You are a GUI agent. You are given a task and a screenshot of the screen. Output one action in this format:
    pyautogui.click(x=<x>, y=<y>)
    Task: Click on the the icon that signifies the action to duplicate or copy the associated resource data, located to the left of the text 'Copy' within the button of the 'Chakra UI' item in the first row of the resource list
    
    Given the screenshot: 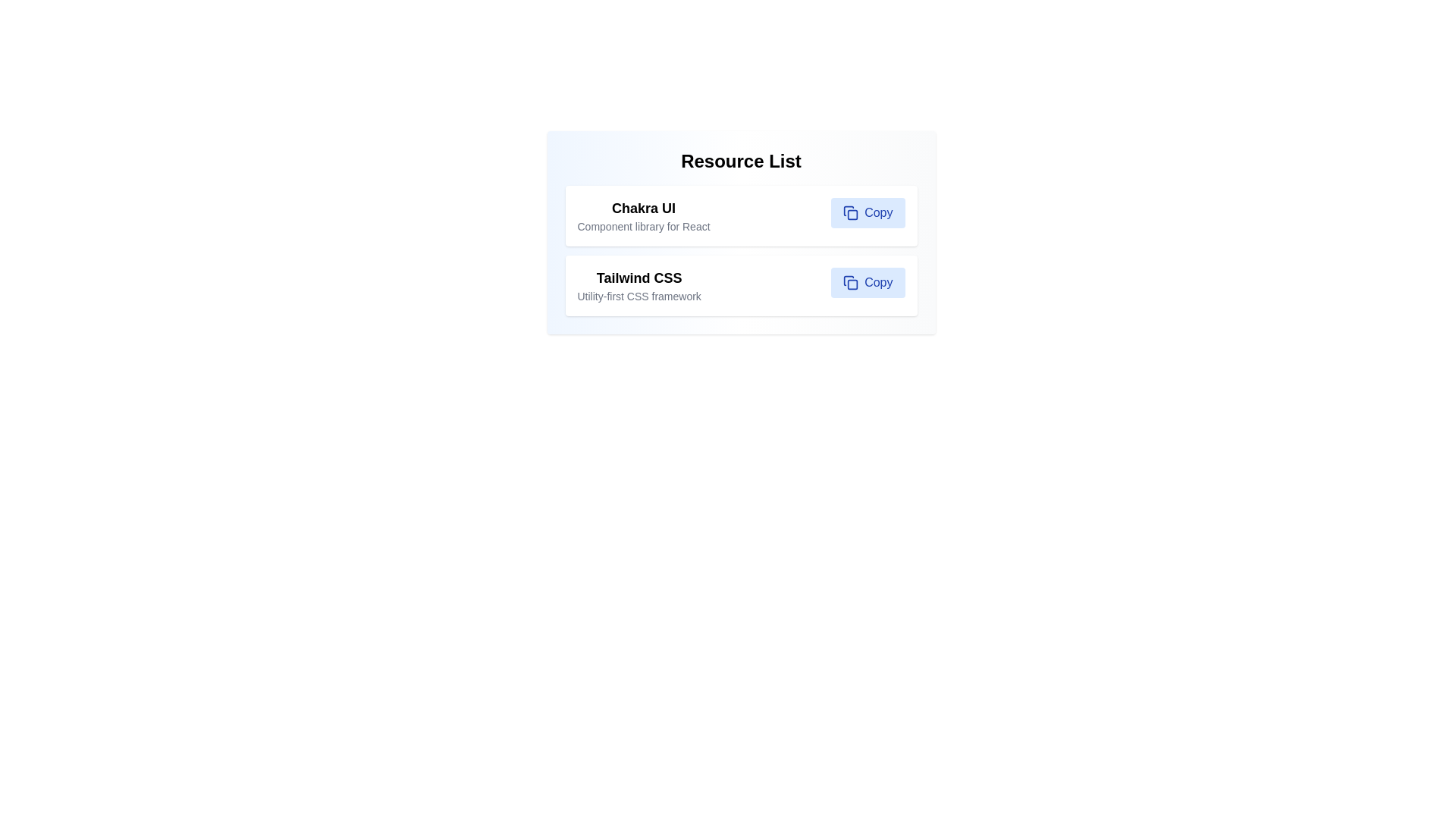 What is the action you would take?
    pyautogui.click(x=851, y=213)
    